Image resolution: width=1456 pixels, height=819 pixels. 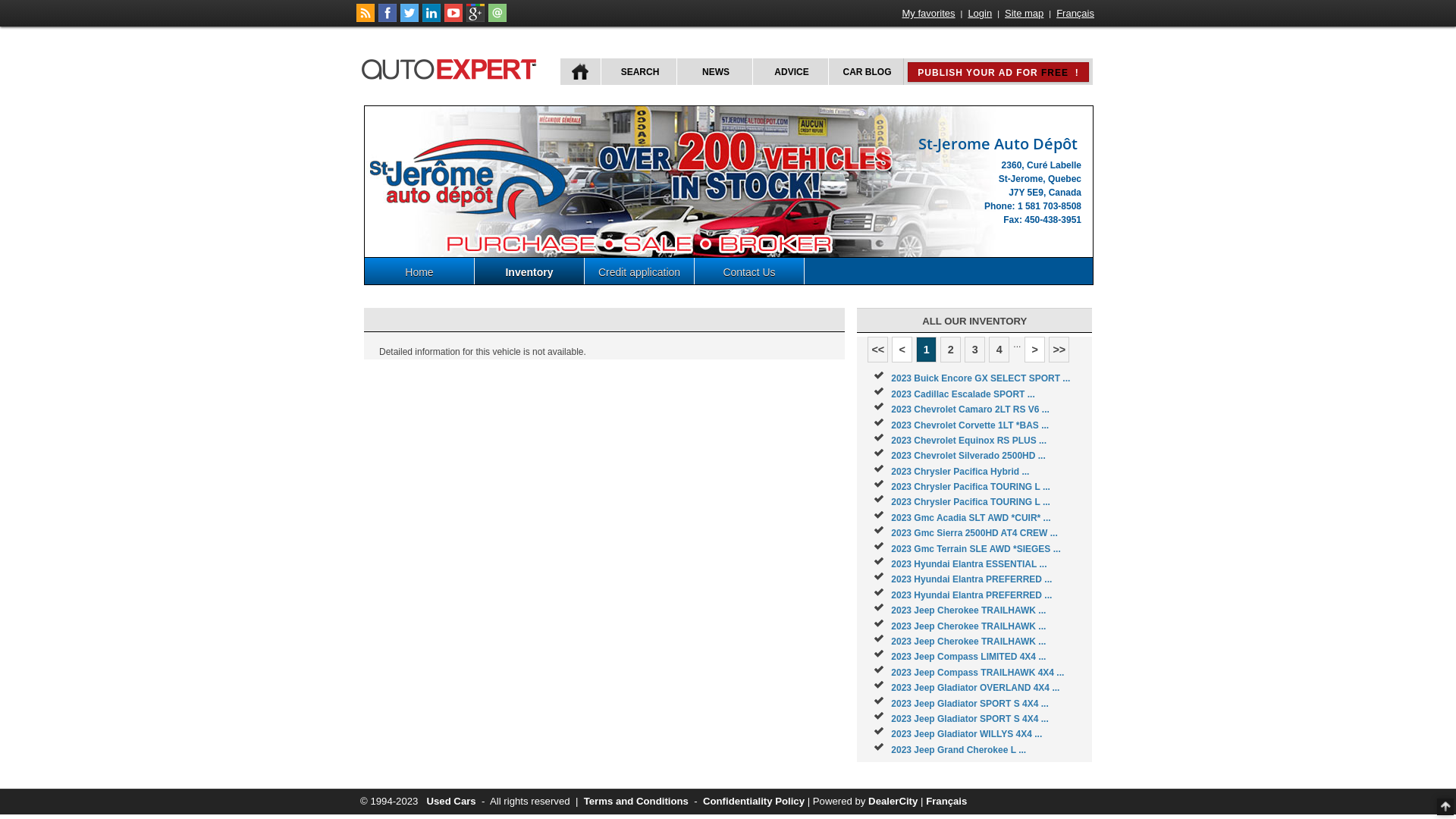 I want to click on '2023 Jeep Gladiator WILLYS 4X4 ...', so click(x=965, y=733).